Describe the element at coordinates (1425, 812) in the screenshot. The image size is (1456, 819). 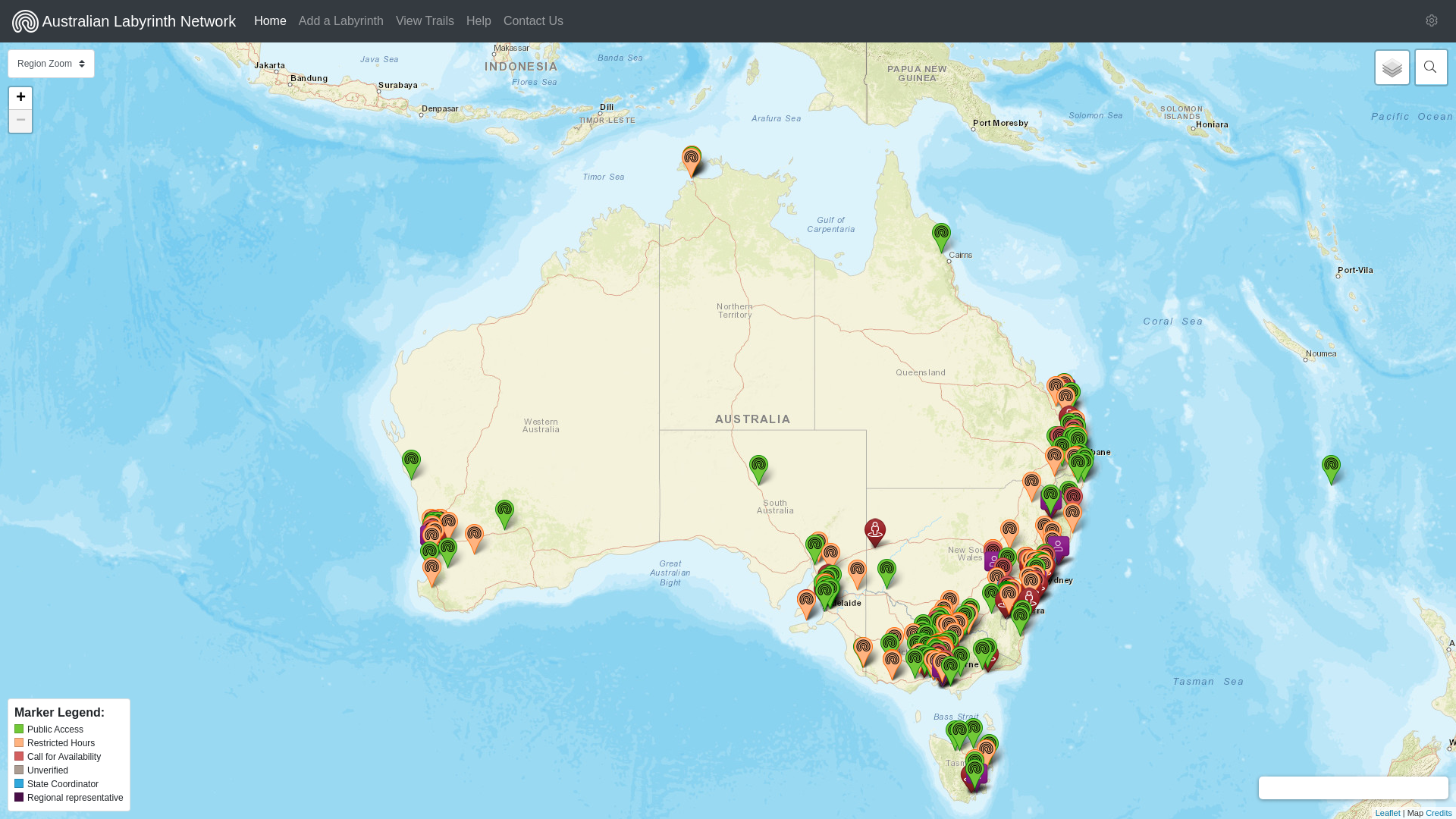
I see `'Credits'` at that location.